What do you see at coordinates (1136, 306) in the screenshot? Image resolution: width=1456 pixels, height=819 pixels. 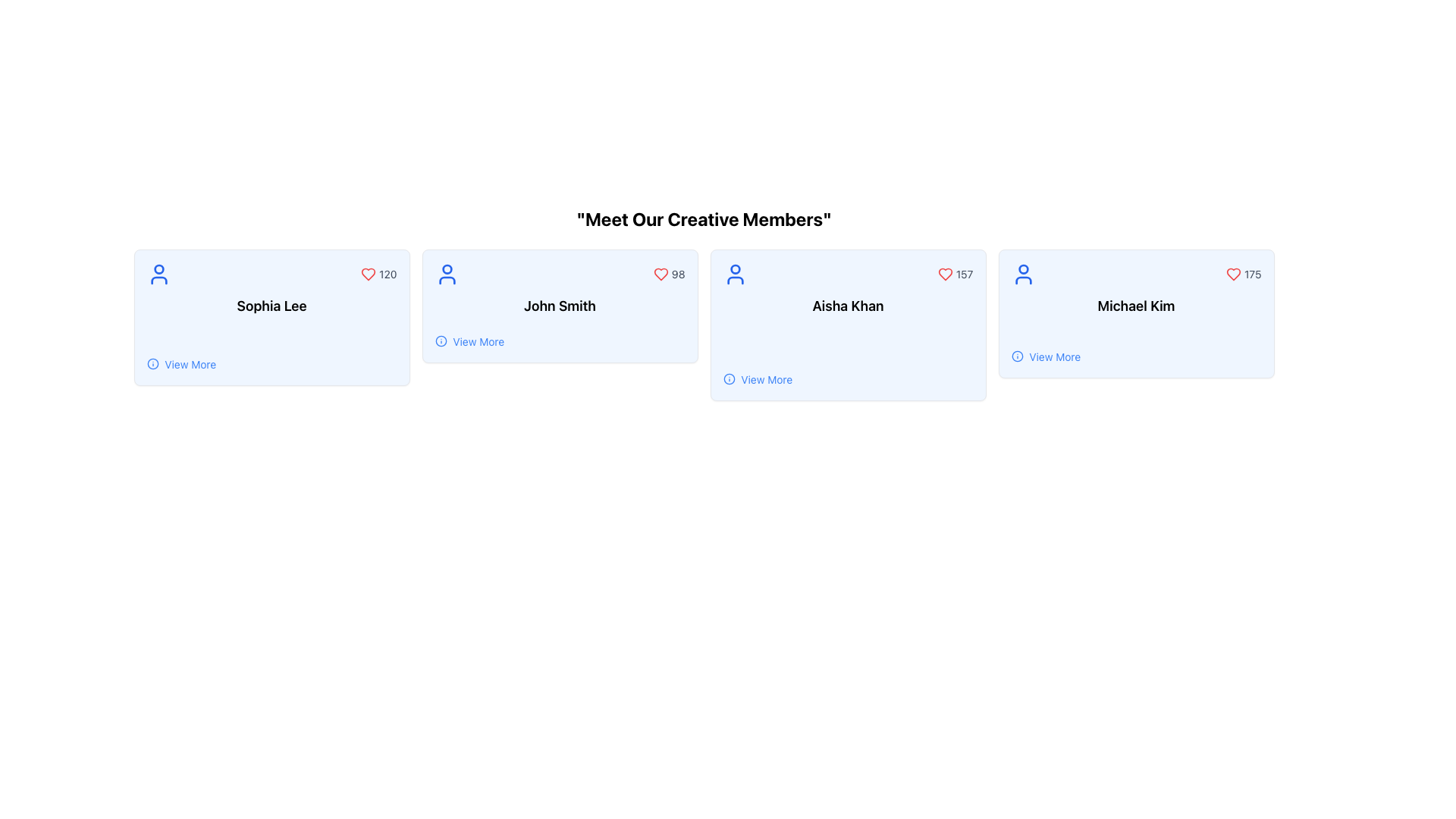 I see `the text label displaying the individual's name in the fourth profile card from the left` at bounding box center [1136, 306].